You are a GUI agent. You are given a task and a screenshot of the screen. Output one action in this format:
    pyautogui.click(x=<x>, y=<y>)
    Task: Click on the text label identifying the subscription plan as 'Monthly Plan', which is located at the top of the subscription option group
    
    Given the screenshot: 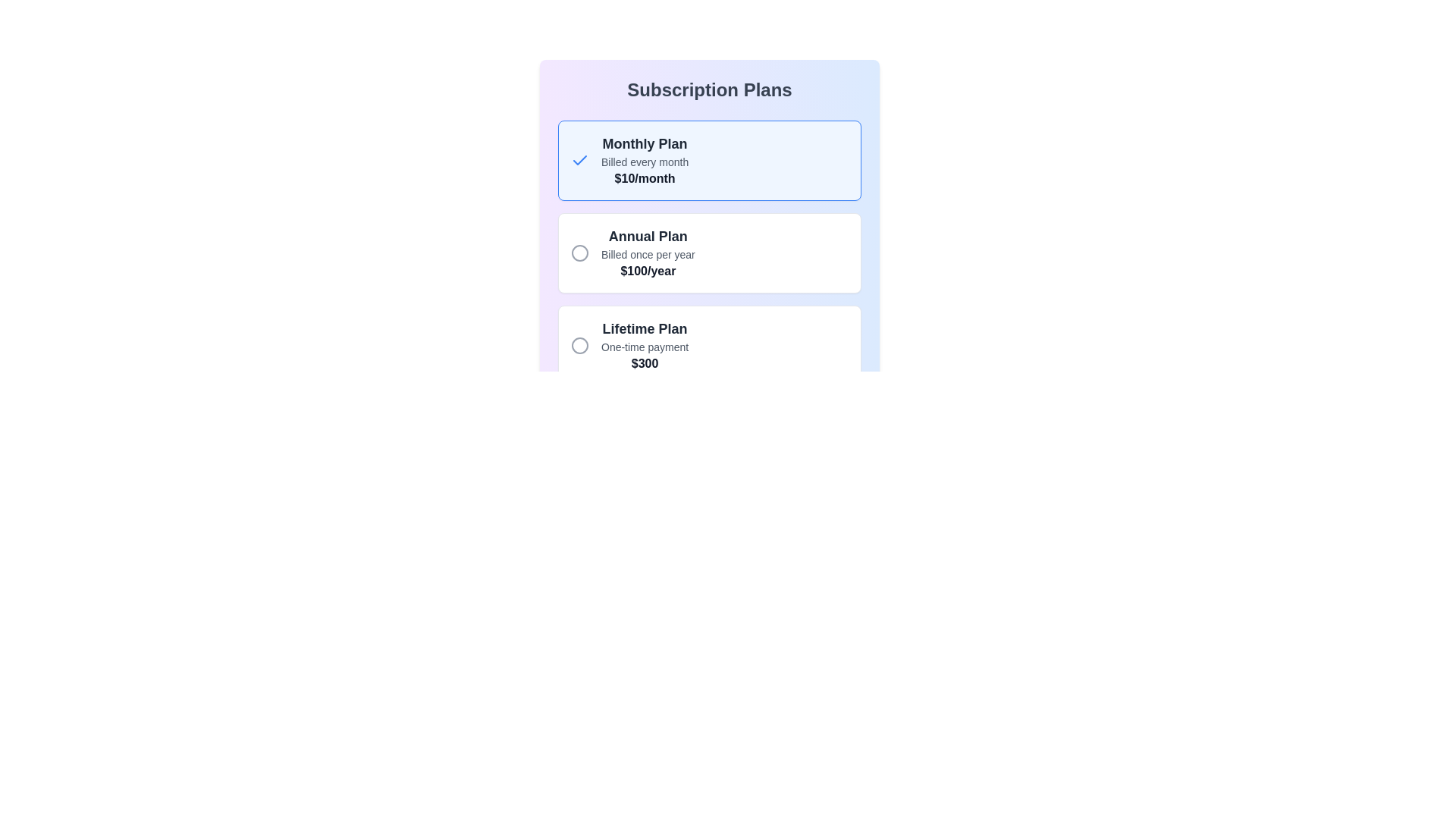 What is the action you would take?
    pyautogui.click(x=645, y=143)
    